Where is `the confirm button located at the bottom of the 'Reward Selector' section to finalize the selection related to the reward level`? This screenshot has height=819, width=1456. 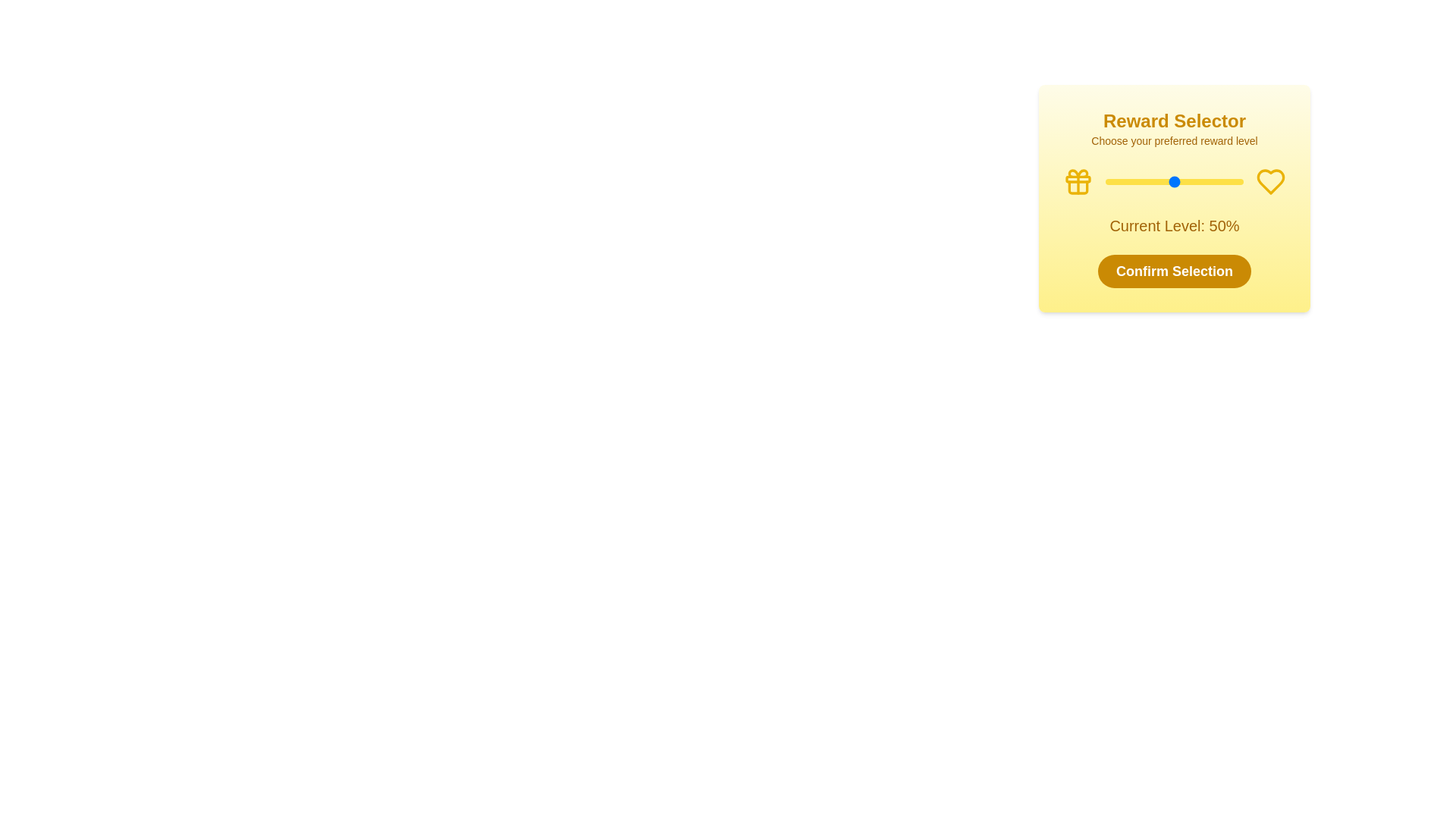
the confirm button located at the bottom of the 'Reward Selector' section to finalize the selection related to the reward level is located at coordinates (1174, 271).